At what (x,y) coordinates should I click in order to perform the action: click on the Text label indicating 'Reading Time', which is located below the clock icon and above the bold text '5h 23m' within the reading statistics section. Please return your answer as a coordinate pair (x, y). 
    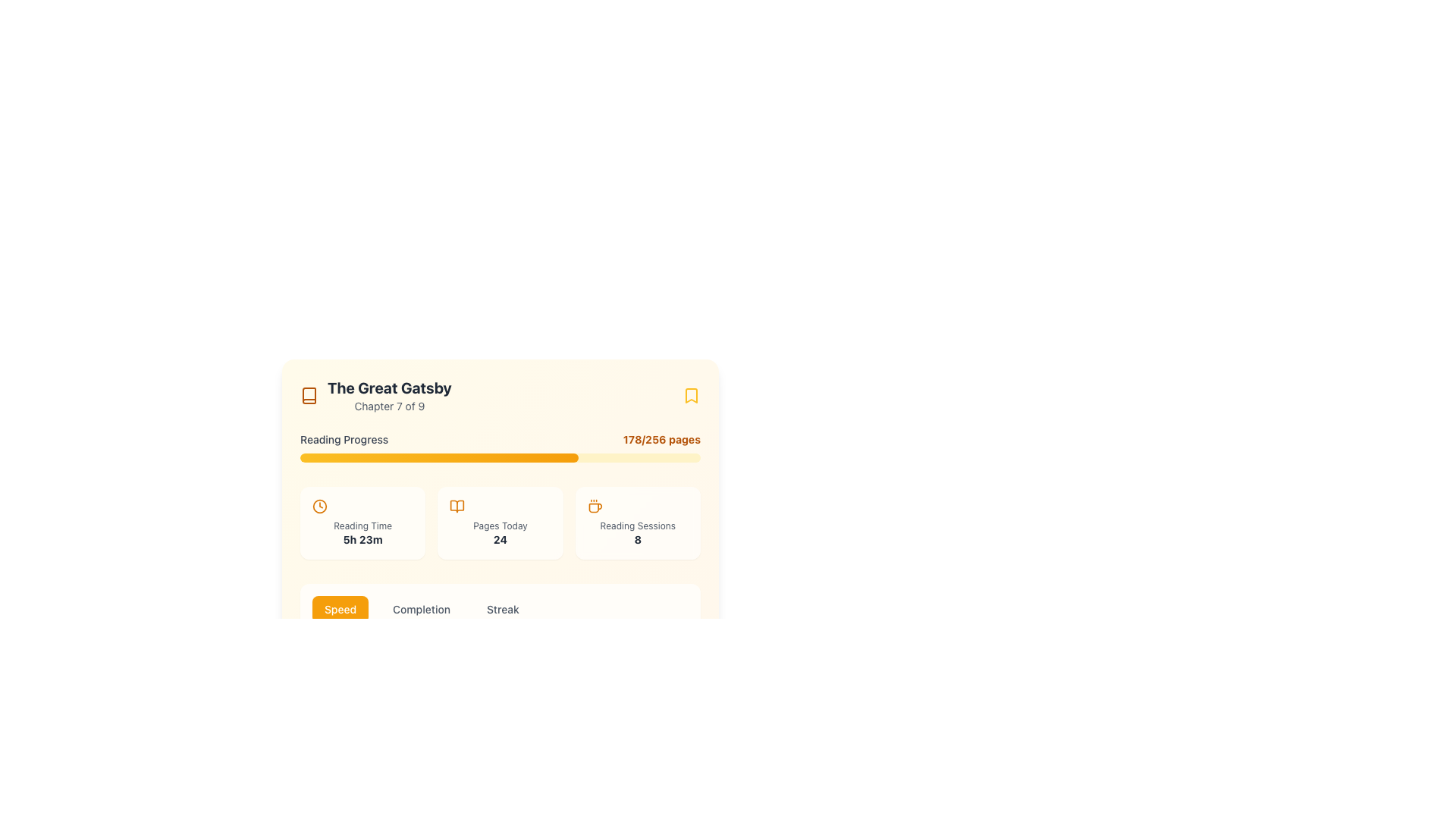
    Looking at the image, I should click on (362, 526).